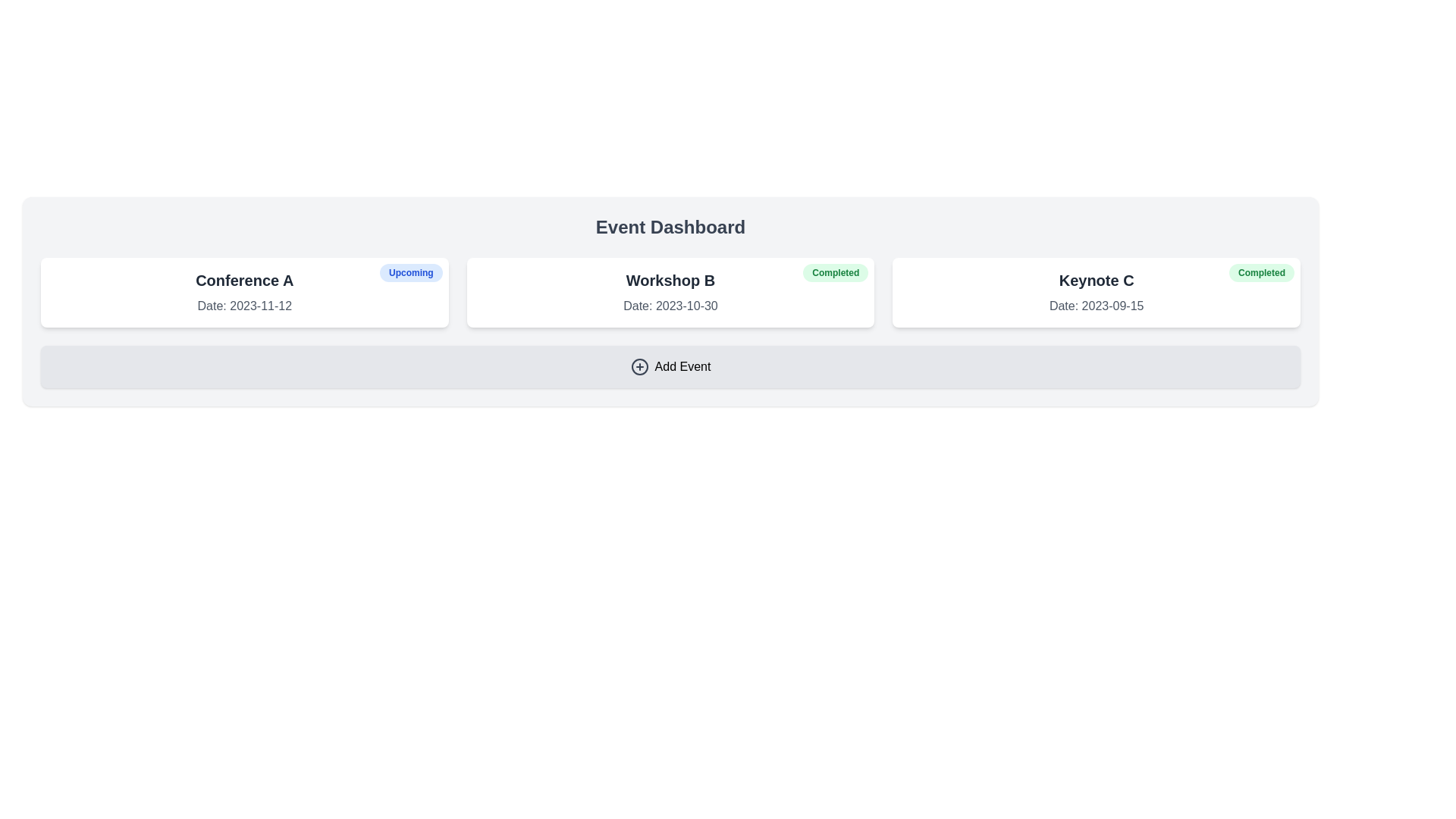  I want to click on the text label displaying the date of the event 'Keynote C', which is located below the title within the event card, so click(1097, 306).